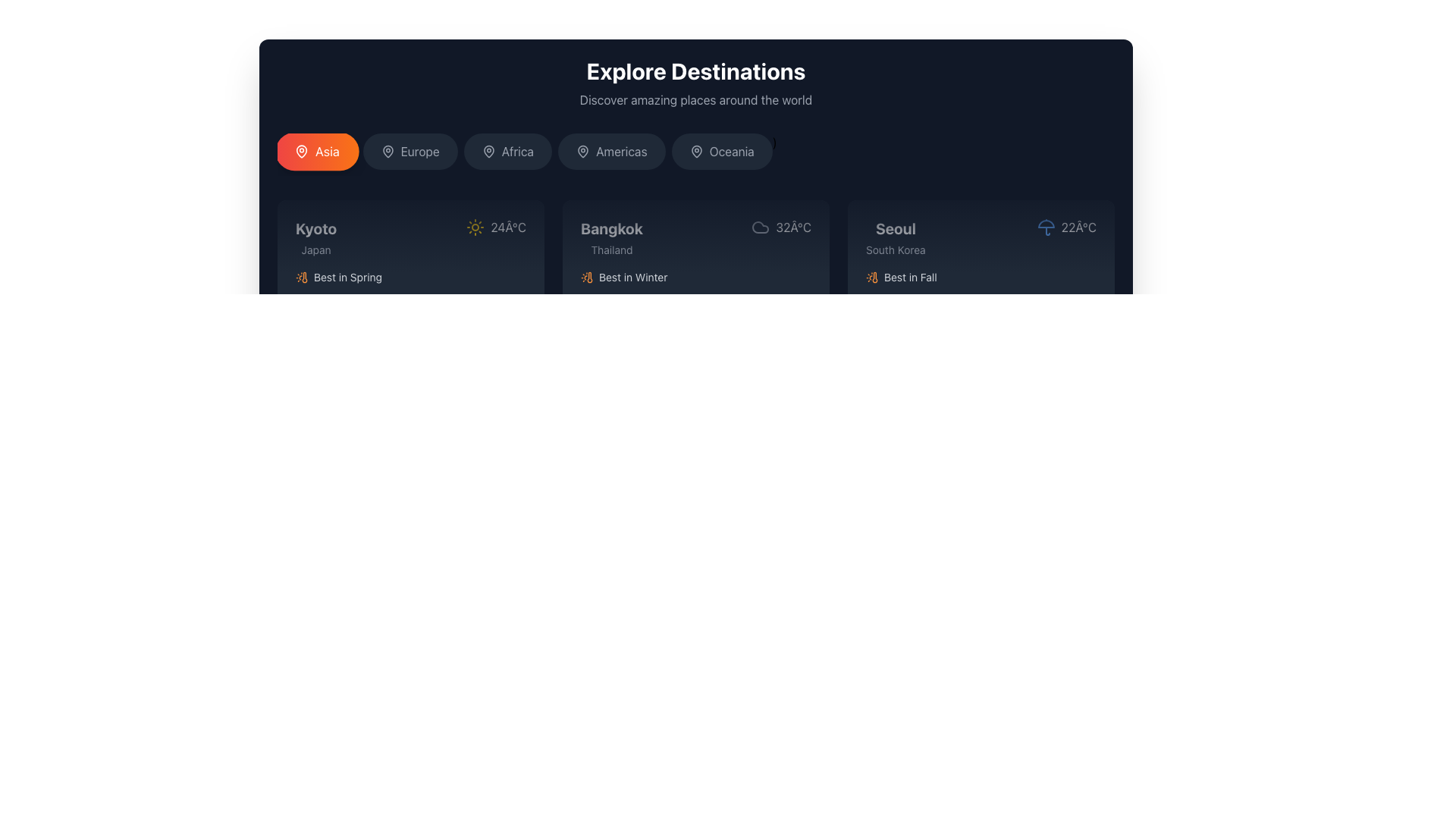  I want to click on the small gray map pin icon located inside the 'Americas' button on the navigation bar, positioned towards the left side of the button, so click(582, 152).